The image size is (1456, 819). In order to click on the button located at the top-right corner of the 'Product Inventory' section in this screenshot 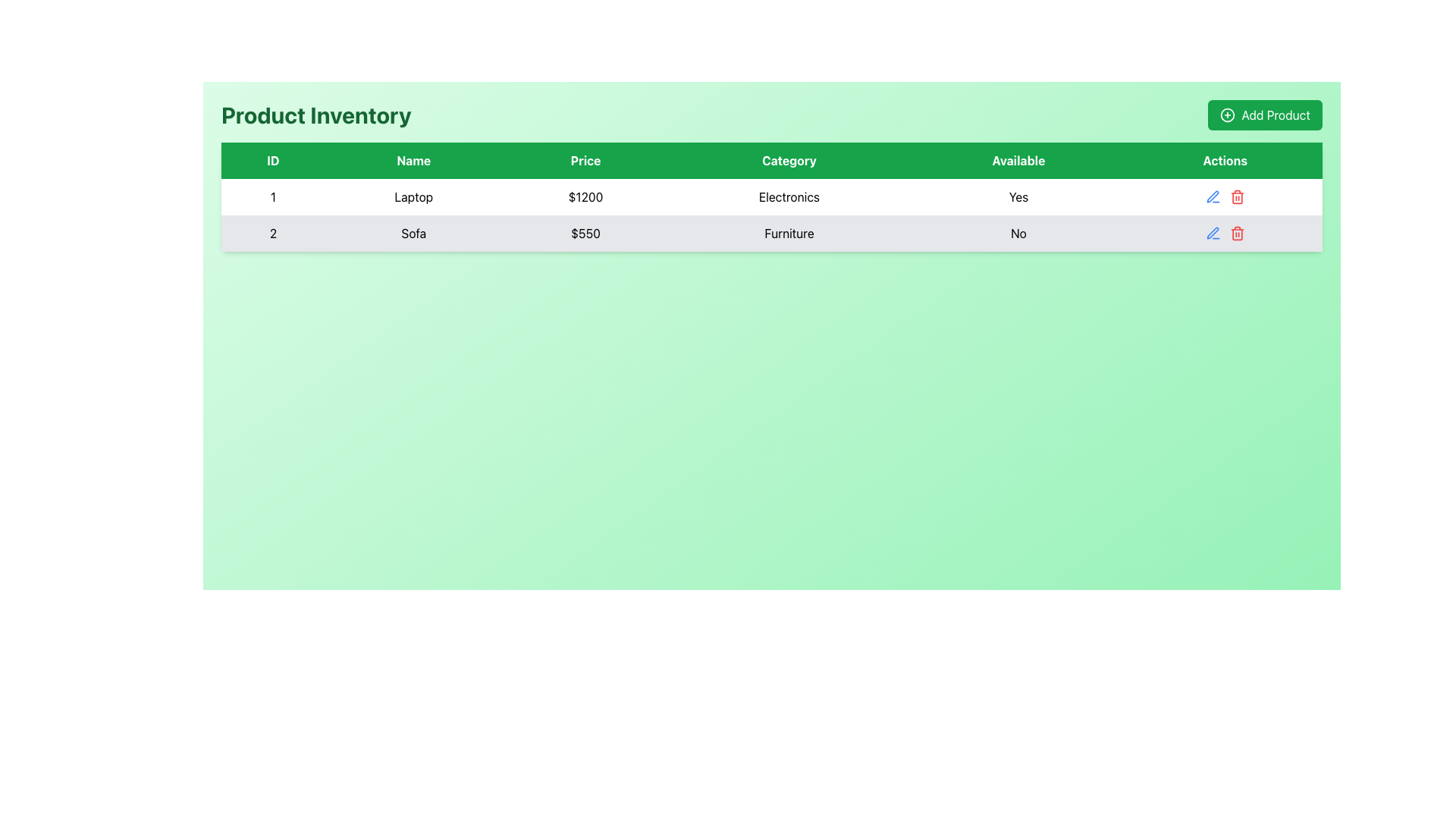, I will do `click(1265, 114)`.